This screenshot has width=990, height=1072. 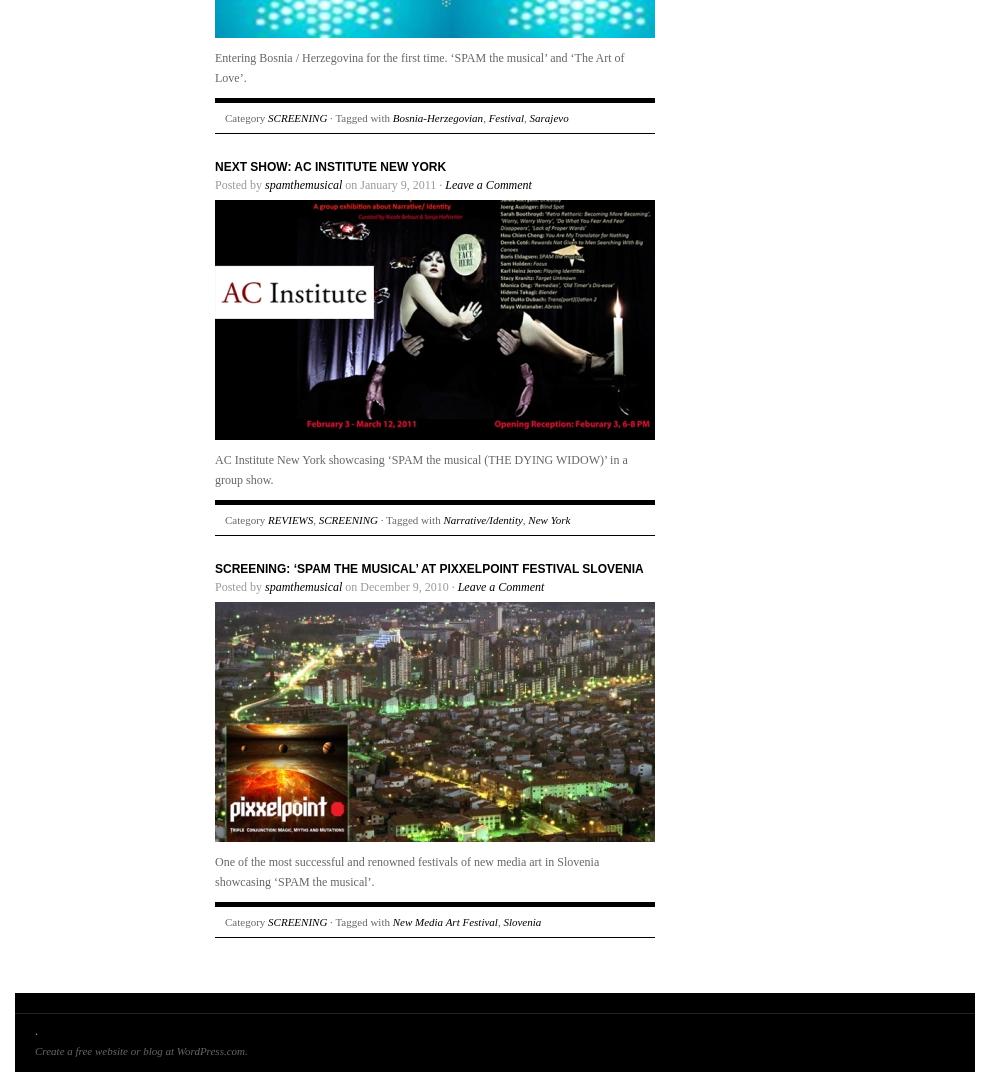 What do you see at coordinates (420, 468) in the screenshot?
I see `'AC Institute New York showcasing ‘SPAM the musical (THE DYING WIDOW)’ in a group show.'` at bounding box center [420, 468].